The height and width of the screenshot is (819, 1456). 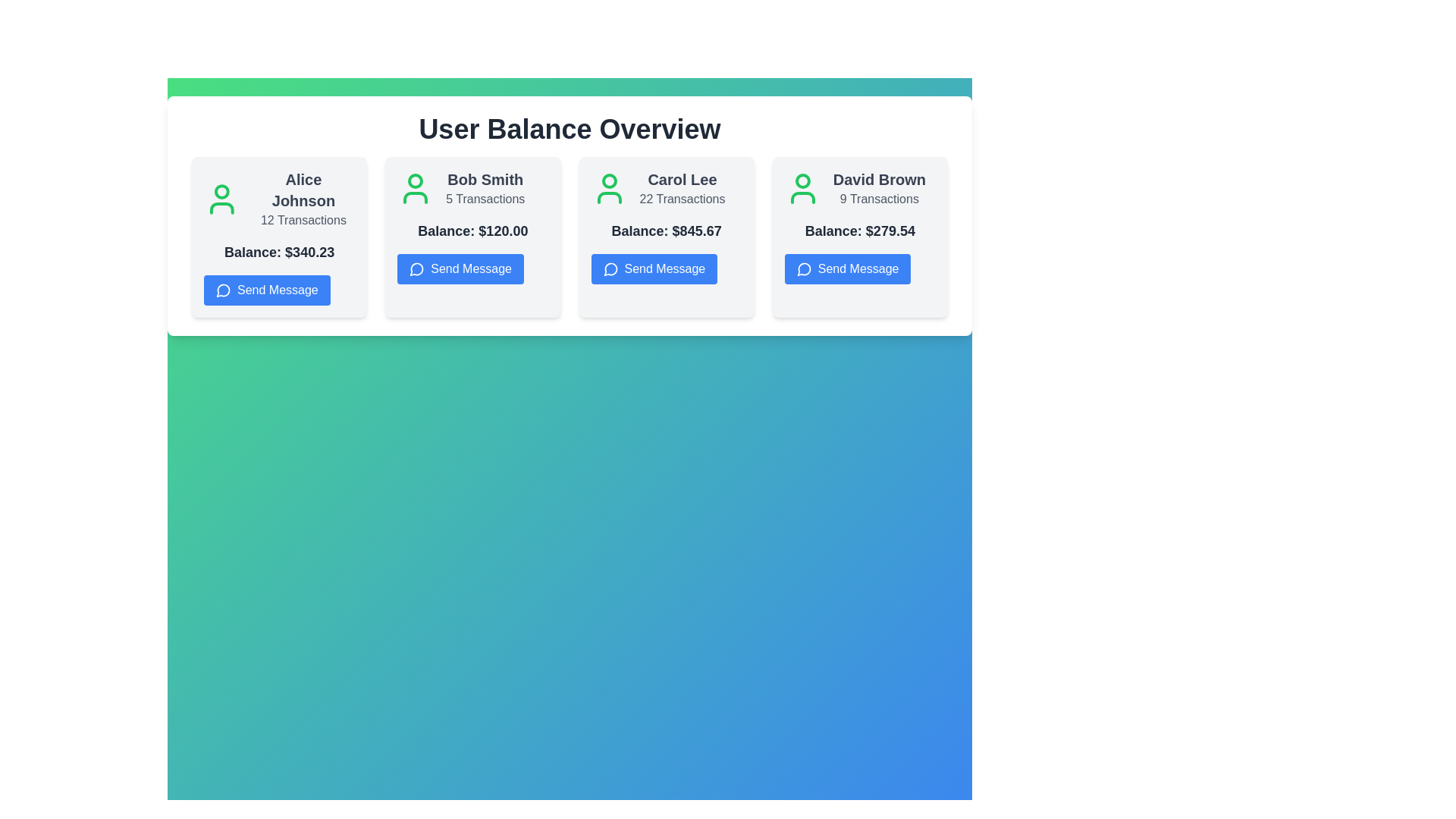 What do you see at coordinates (485, 188) in the screenshot?
I see `the text display component that shows the user's name and transaction count, located in the second card from the left, to the right of the user icon` at bounding box center [485, 188].